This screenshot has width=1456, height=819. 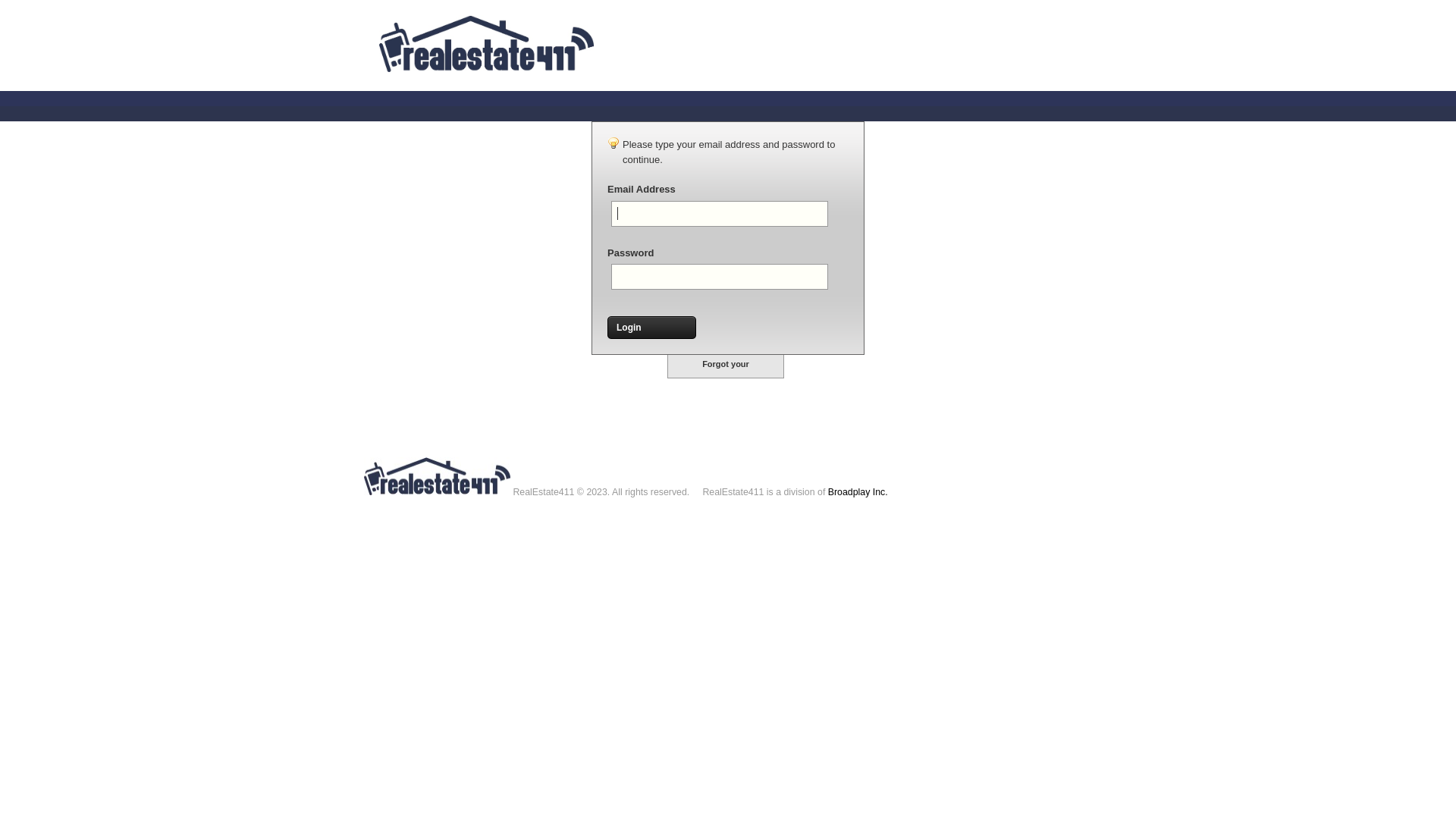 I want to click on 'Forgot your password?', so click(x=724, y=366).